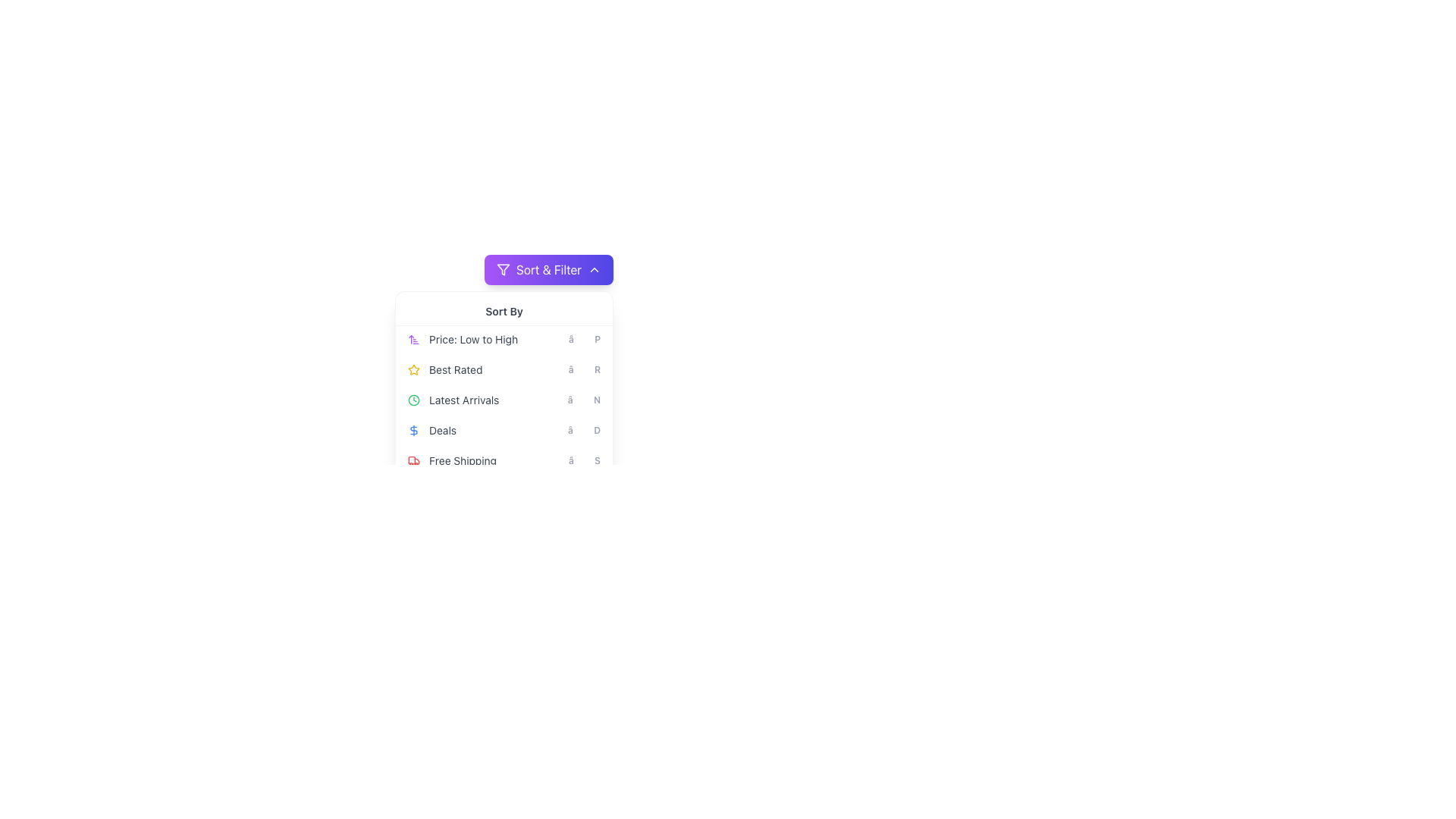  Describe the element at coordinates (504, 311) in the screenshot. I see `the Text Label indicating the category of sorting options in the 'Sort & Filter' dropdown menu, located at the top of the menu` at that location.